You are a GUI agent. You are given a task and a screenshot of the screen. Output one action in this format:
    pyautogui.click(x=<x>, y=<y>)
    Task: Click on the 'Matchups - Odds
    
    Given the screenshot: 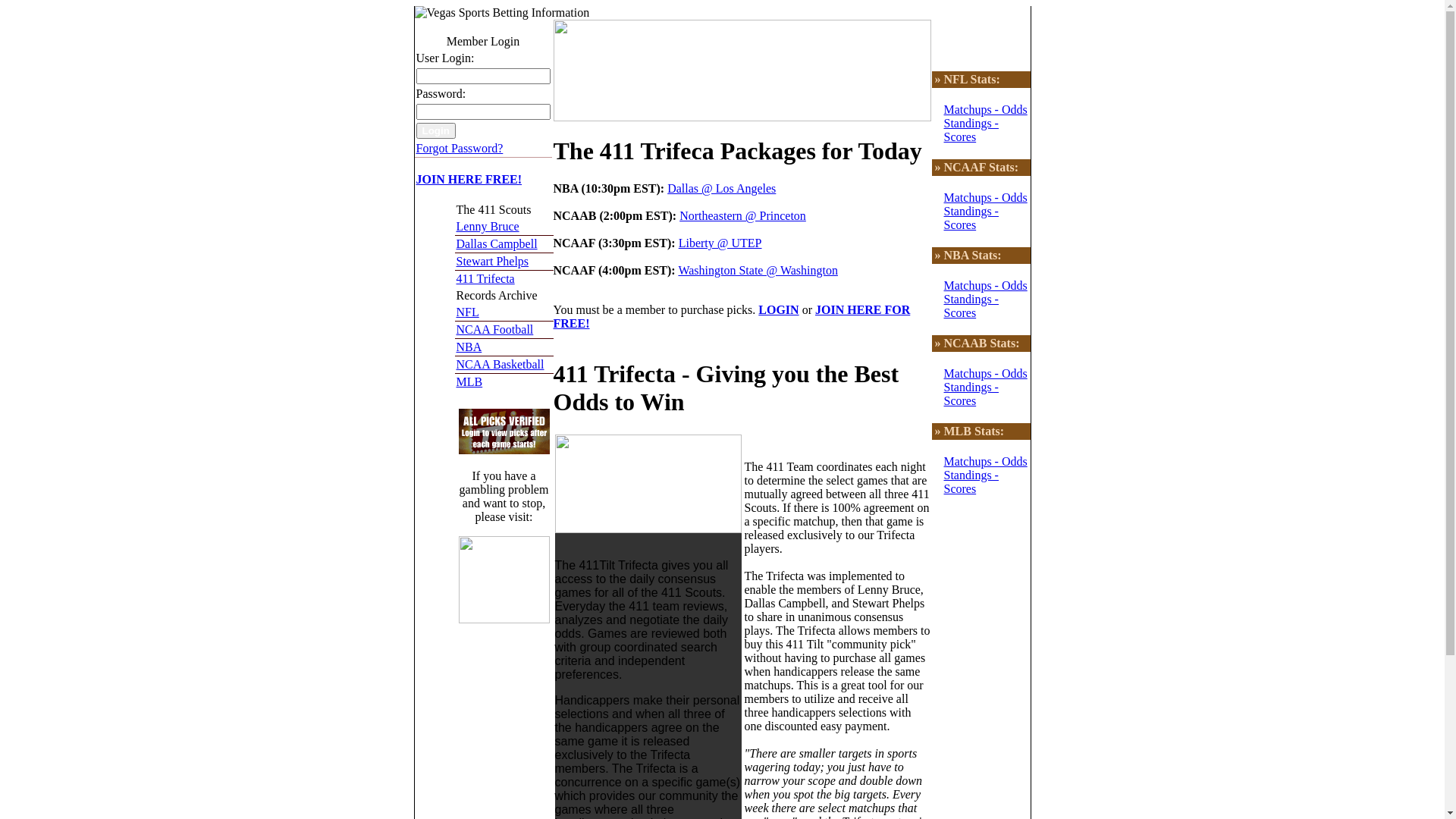 What is the action you would take?
    pyautogui.click(x=985, y=474)
    